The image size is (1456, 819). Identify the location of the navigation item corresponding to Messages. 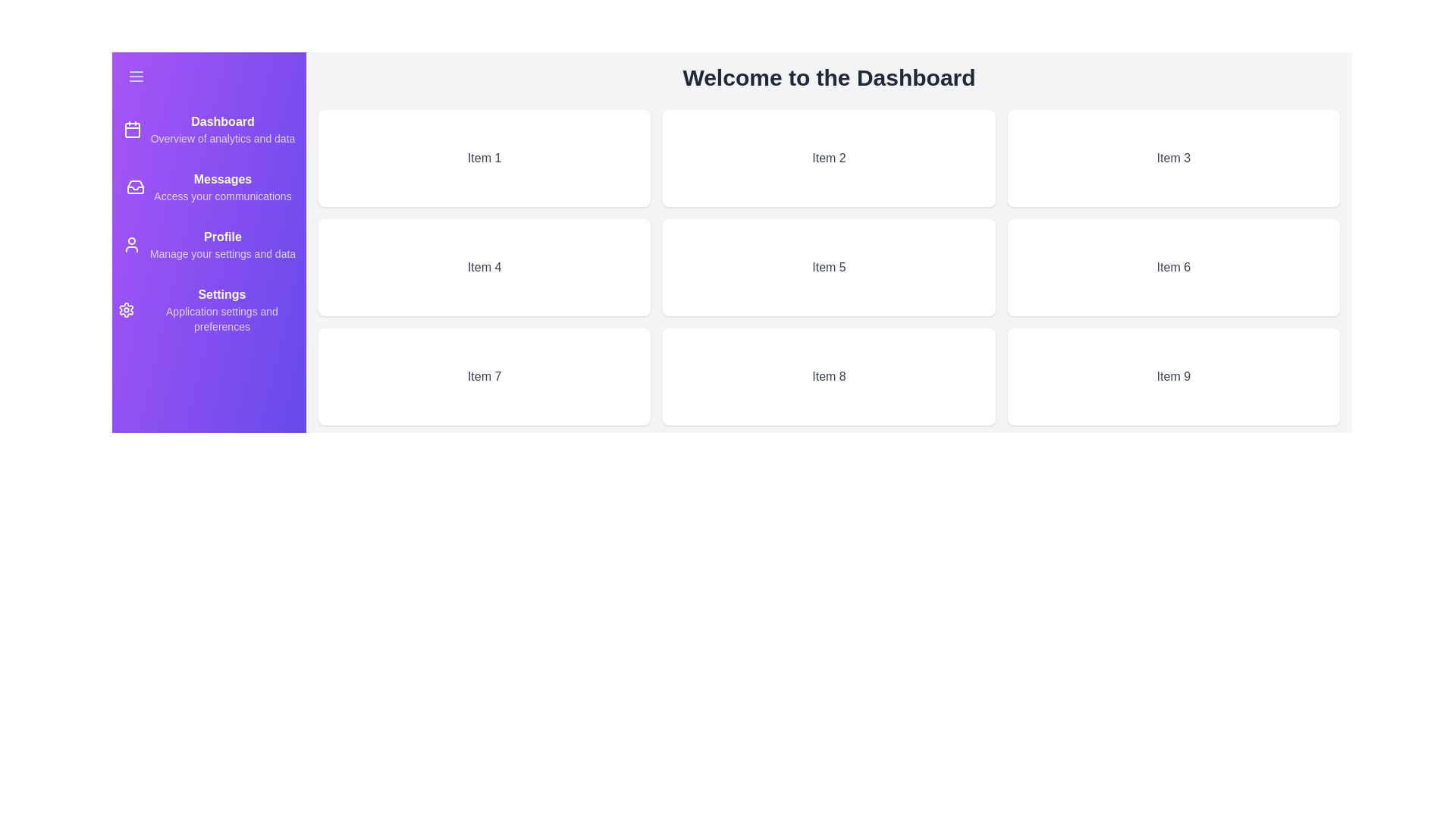
(208, 186).